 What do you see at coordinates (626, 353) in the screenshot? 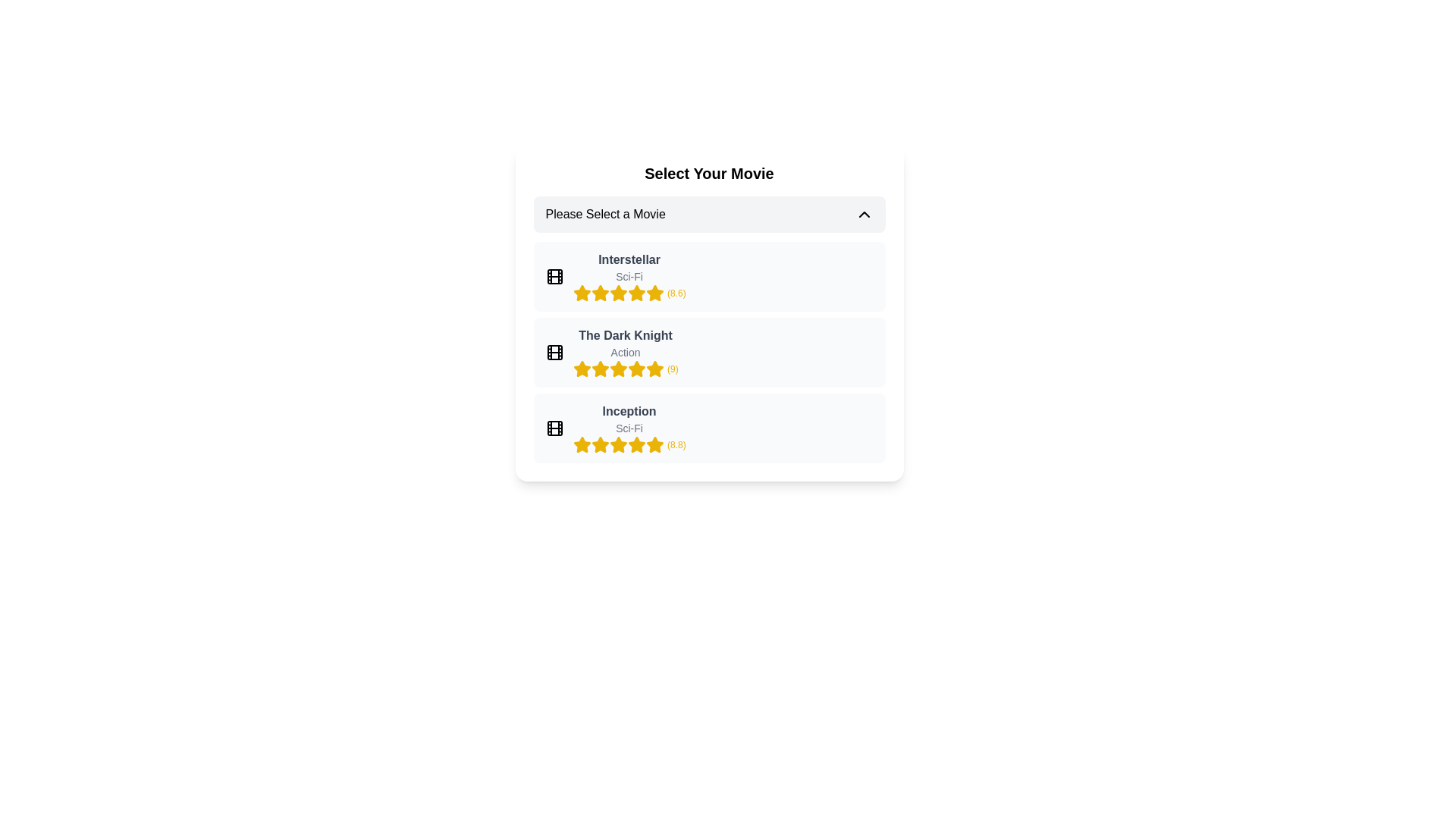
I see `the text label styled with small, gray-colored text reading 'Action' located within the 'The Dark Knight' section, directly below the movie title and above the rating area` at bounding box center [626, 353].